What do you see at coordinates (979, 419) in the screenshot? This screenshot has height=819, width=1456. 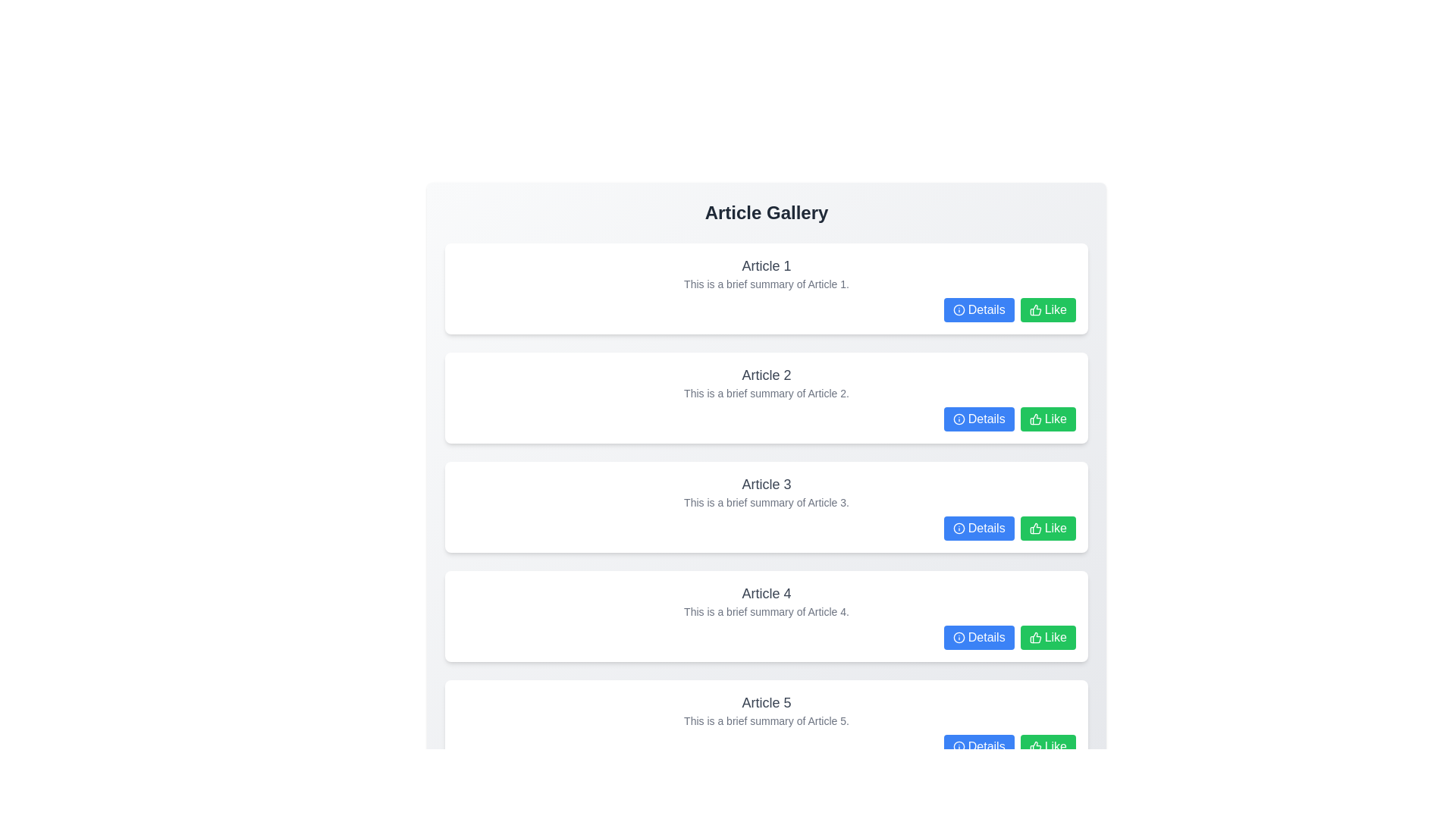 I see `the 'Details' button with a rounded blue background and white text` at bounding box center [979, 419].